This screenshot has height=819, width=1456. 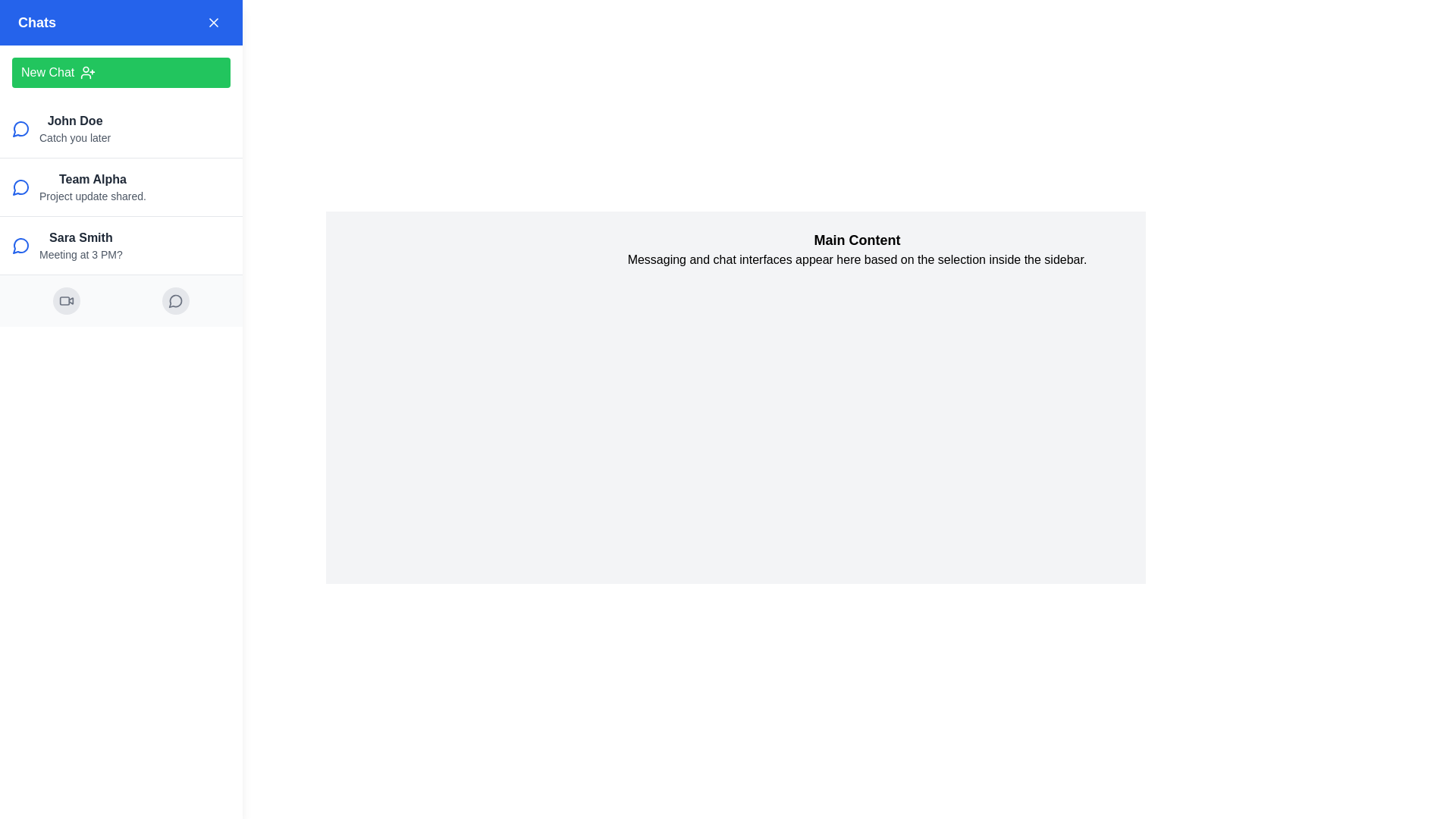 What do you see at coordinates (80, 237) in the screenshot?
I see `the static text element displaying 'Sara Smith' in the chat participants list within the sidebar, which is bold and dark gray, located under the 'Chats' header` at bounding box center [80, 237].